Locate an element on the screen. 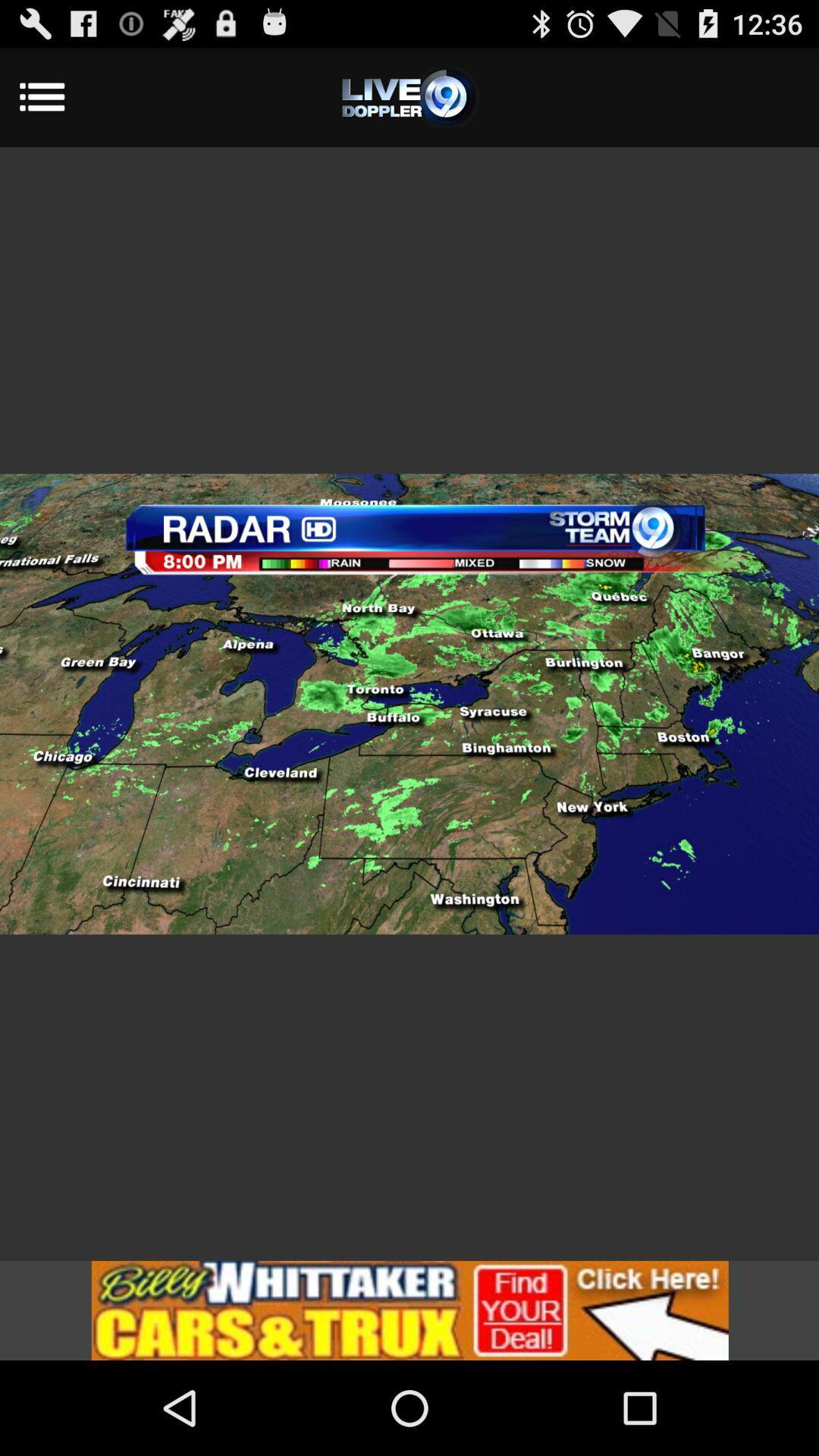 The height and width of the screenshot is (1456, 819). icon at the top left corner is located at coordinates (61, 96).